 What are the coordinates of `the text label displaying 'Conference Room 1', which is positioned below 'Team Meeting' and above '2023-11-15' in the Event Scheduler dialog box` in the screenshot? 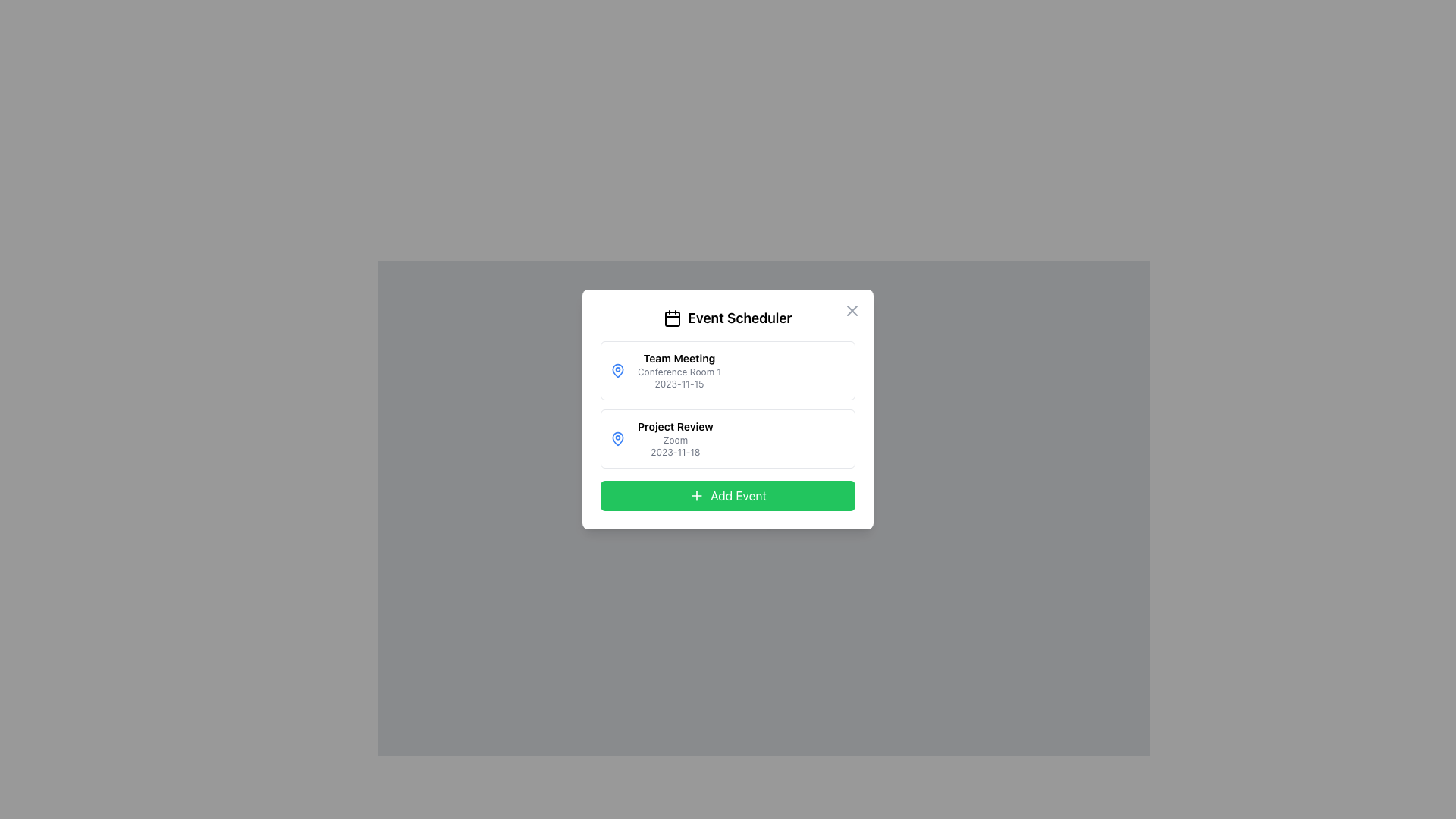 It's located at (679, 372).